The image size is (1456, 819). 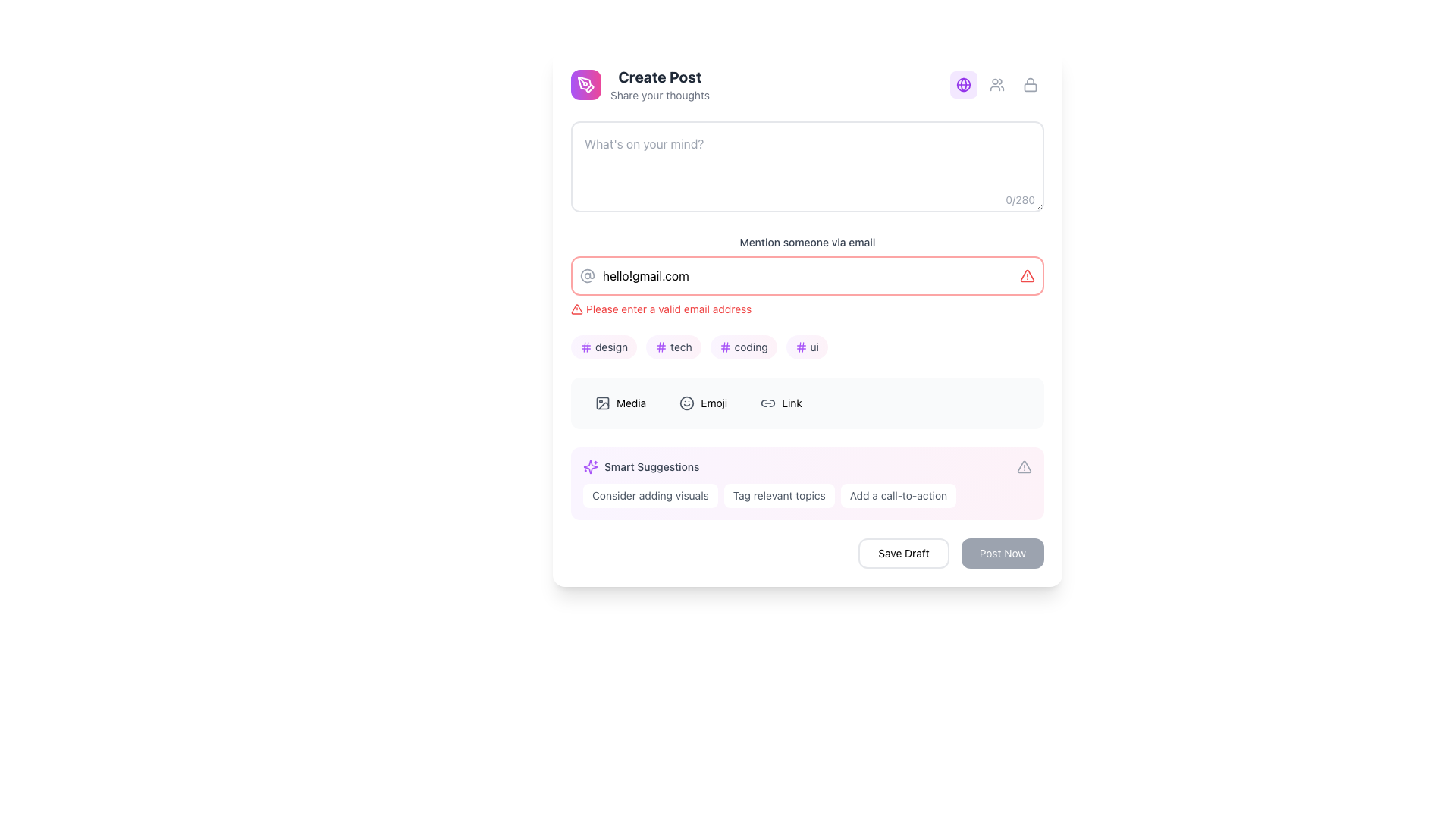 What do you see at coordinates (673, 347) in the screenshot?
I see `the 'tech' button located in the horizontal list of buttons, positioned as the second button from the left, between 'design' and 'coding'` at bounding box center [673, 347].